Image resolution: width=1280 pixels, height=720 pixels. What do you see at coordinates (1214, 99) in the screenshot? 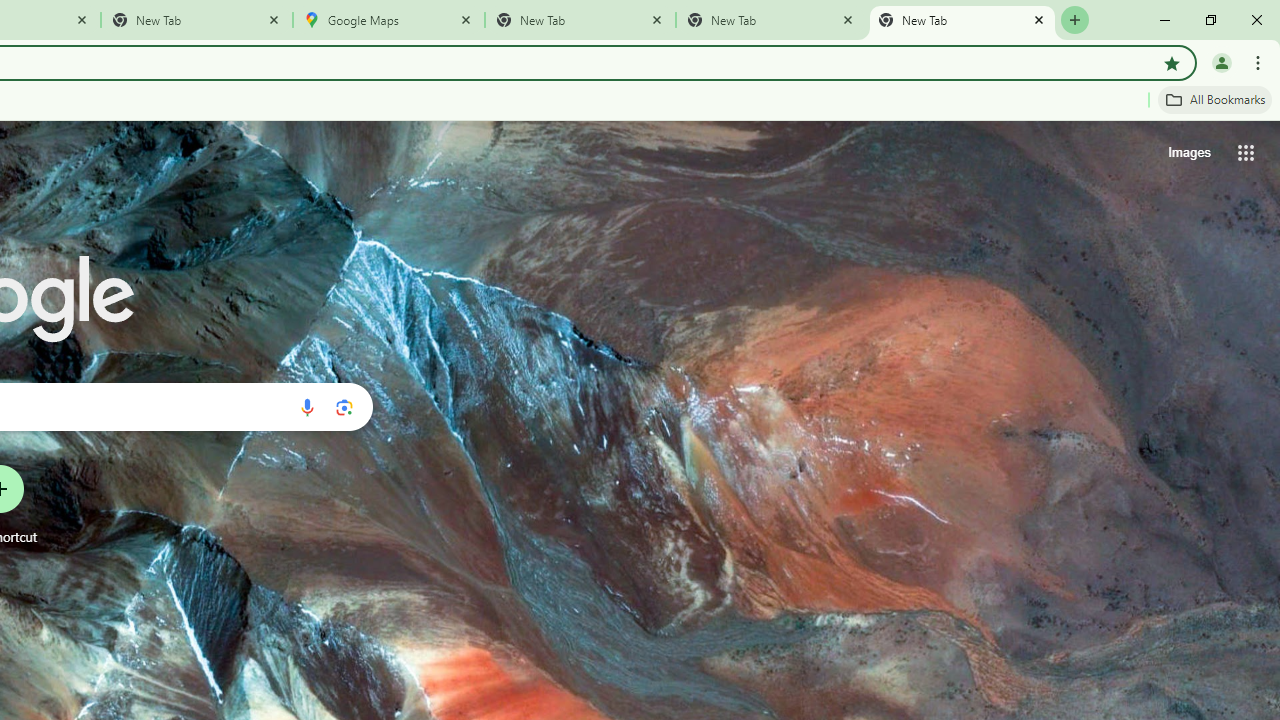
I see `'All Bookmarks'` at bounding box center [1214, 99].